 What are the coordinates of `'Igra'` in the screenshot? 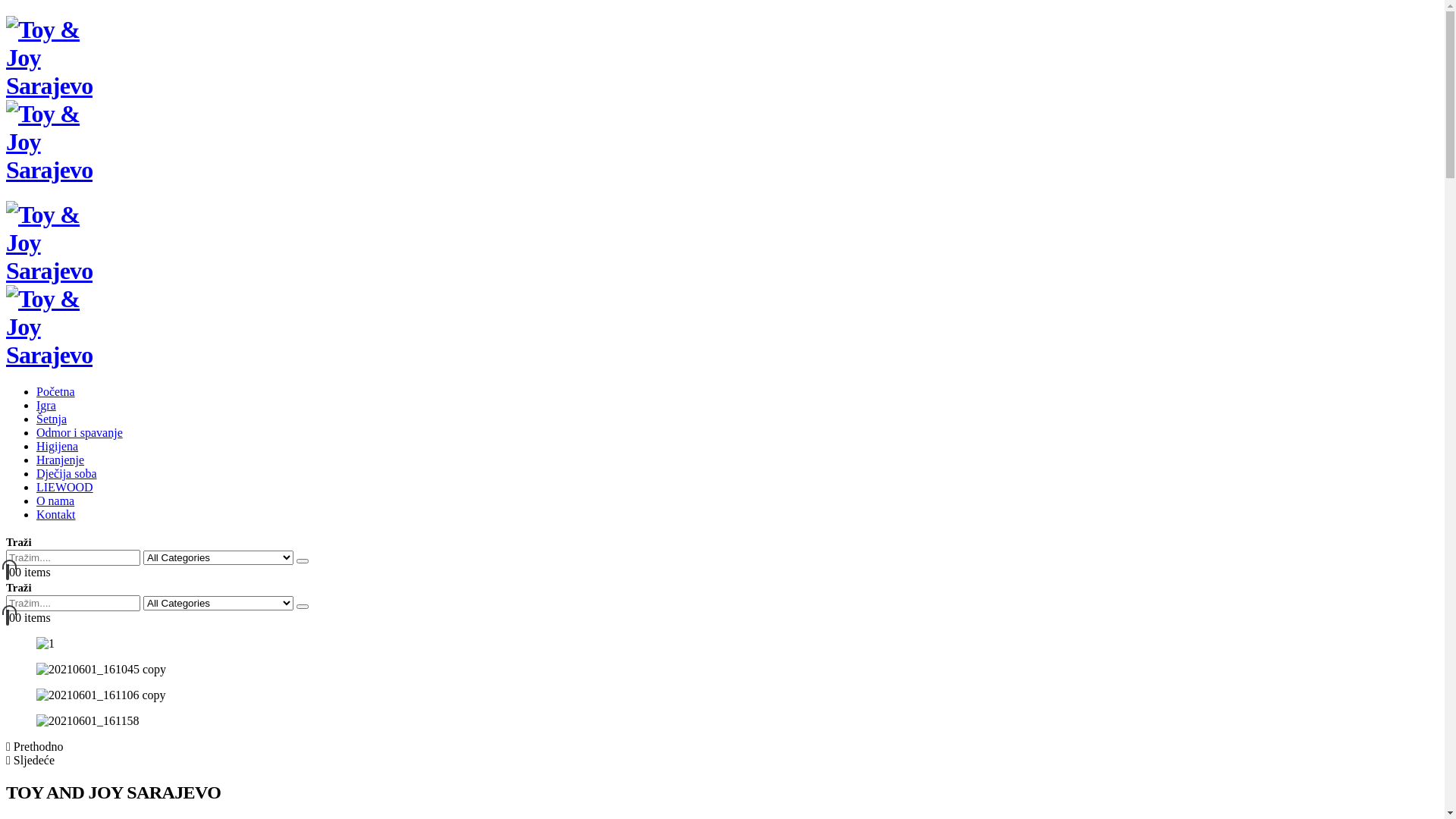 It's located at (46, 404).